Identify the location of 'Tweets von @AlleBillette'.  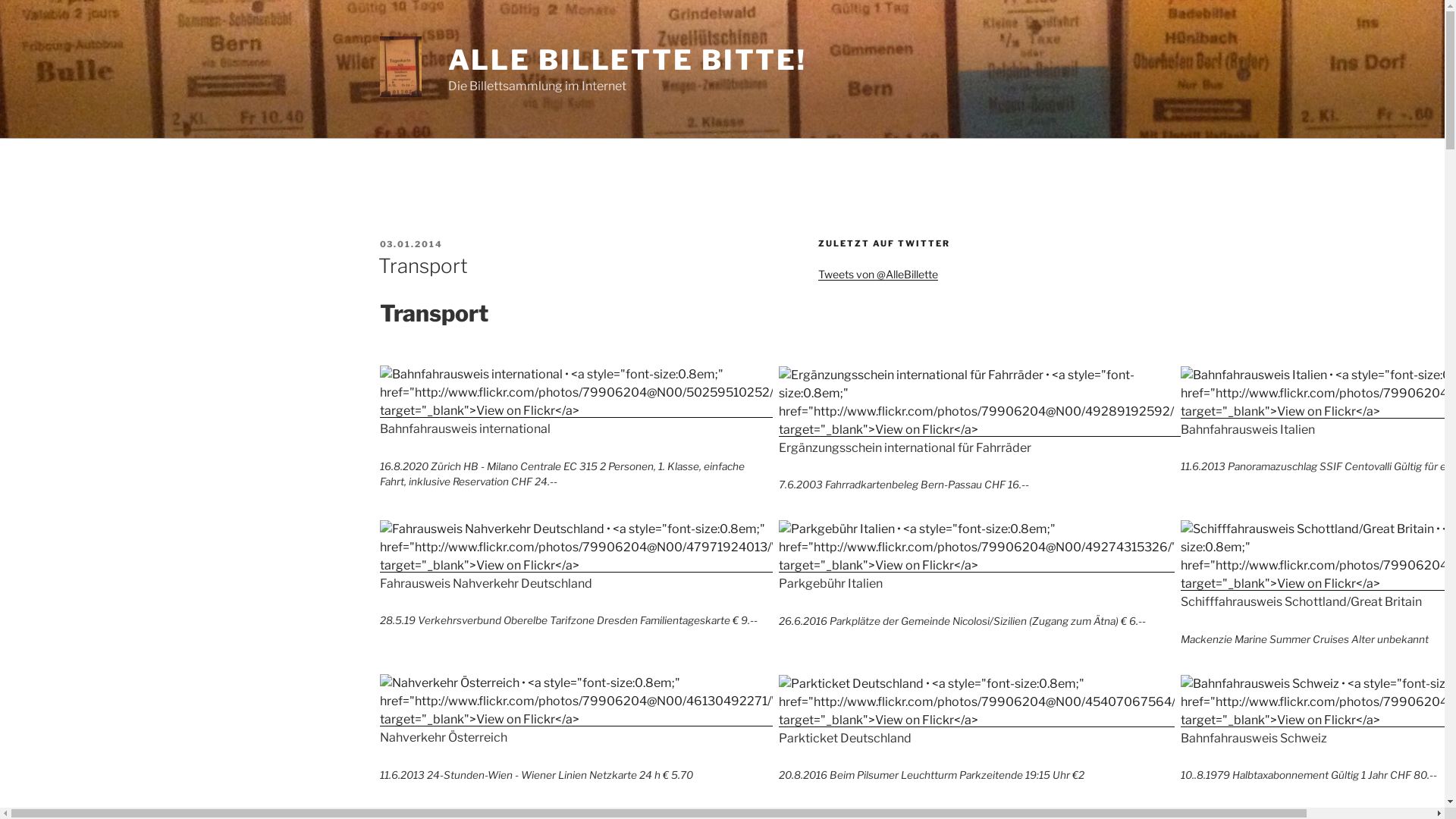
(877, 274).